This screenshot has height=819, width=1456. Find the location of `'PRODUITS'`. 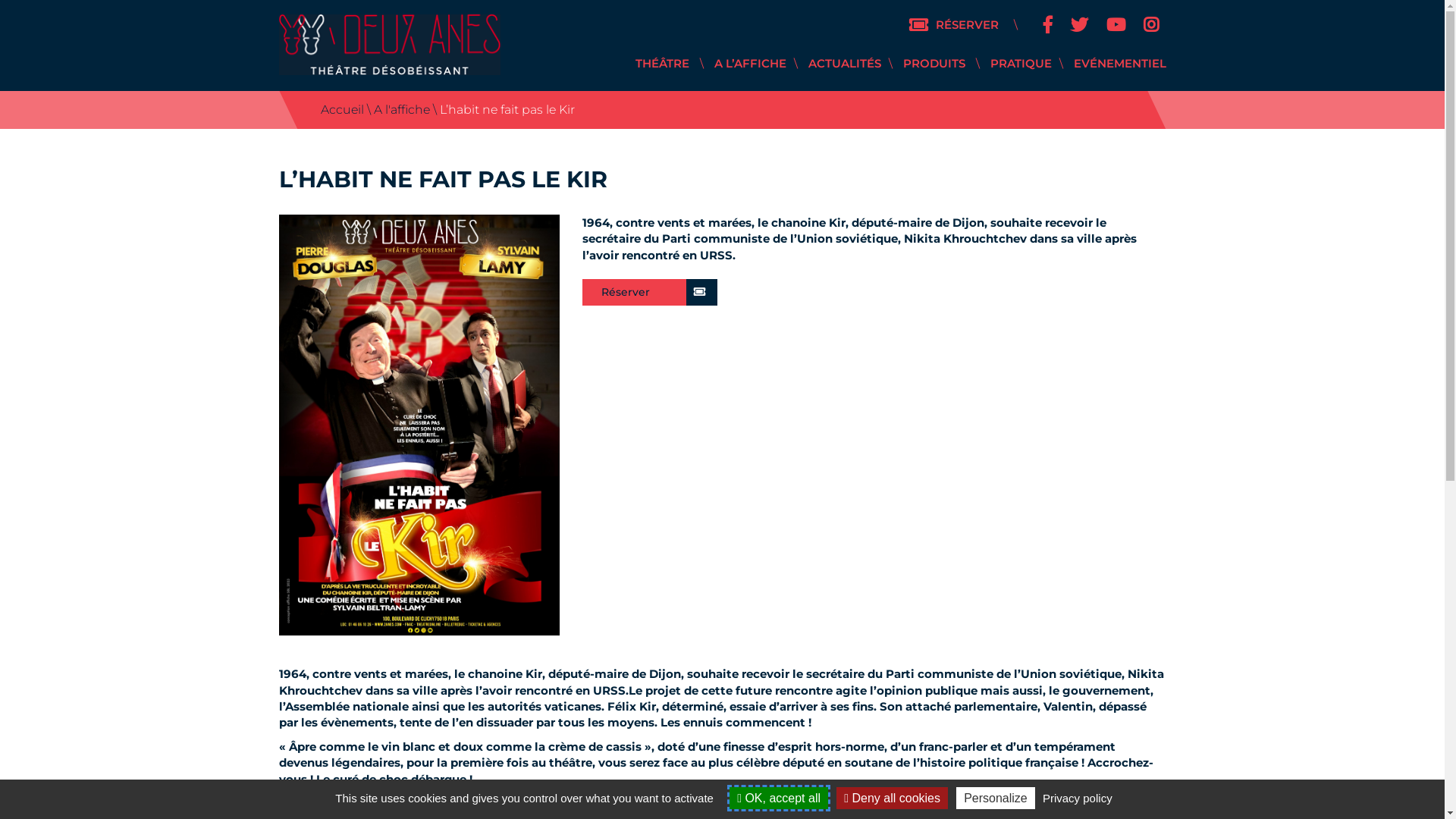

'PRODUITS' is located at coordinates (932, 62).